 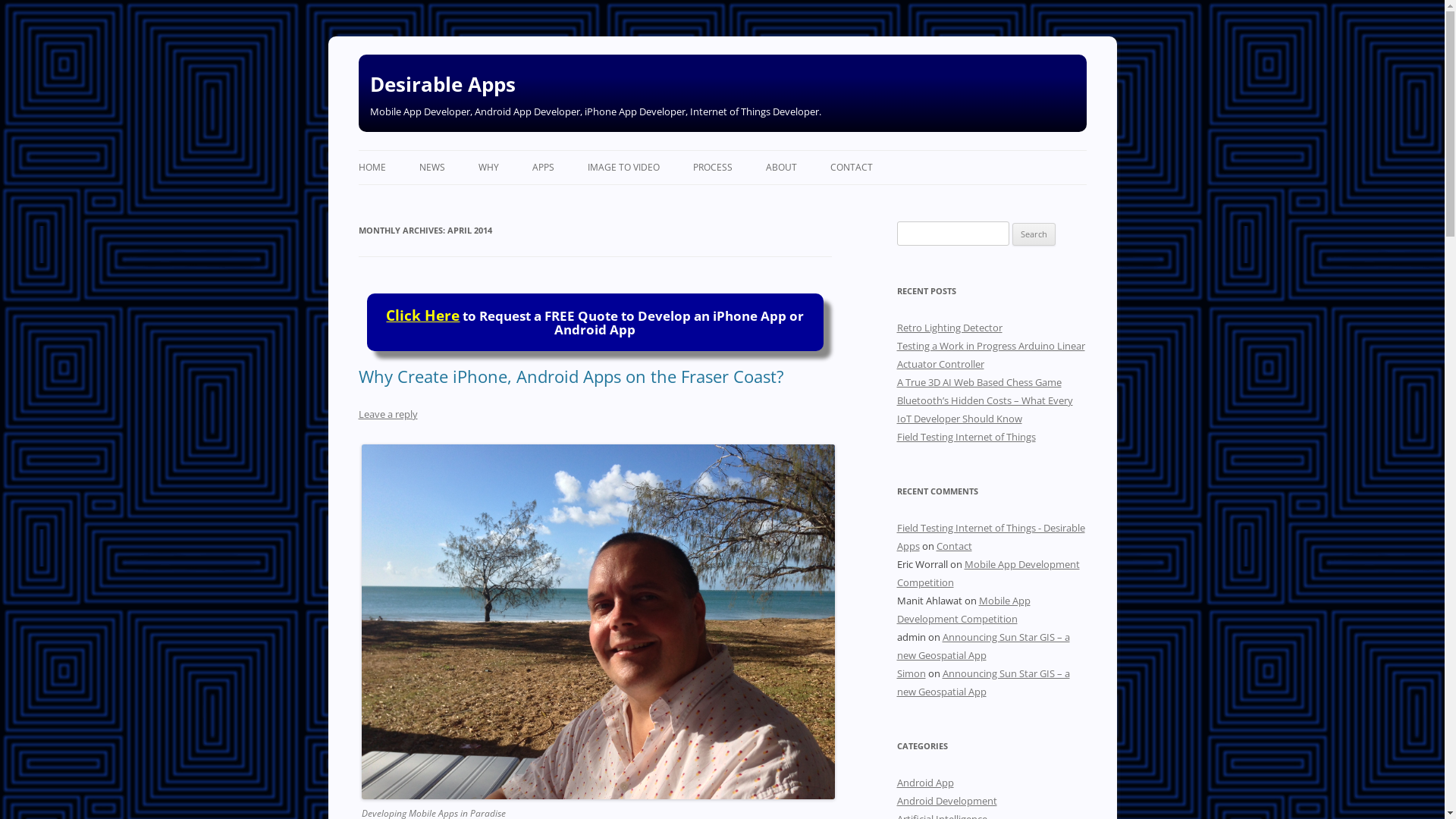 What do you see at coordinates (896, 381) in the screenshot?
I see `'A True 3D AI Web Based Chess Game'` at bounding box center [896, 381].